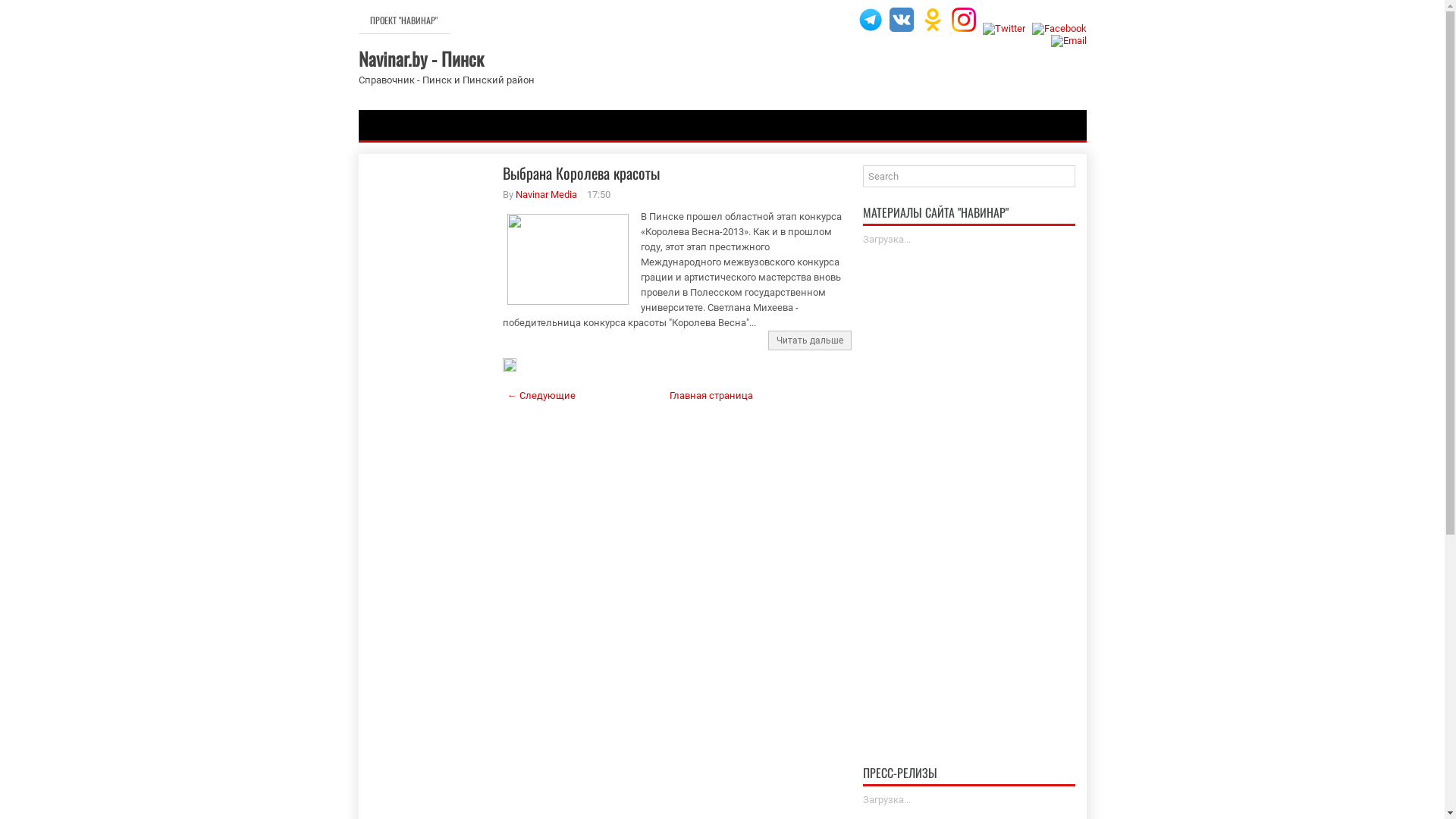 The width and height of the screenshot is (1456, 819). I want to click on 'Odnoklassniki', so click(931, 20).